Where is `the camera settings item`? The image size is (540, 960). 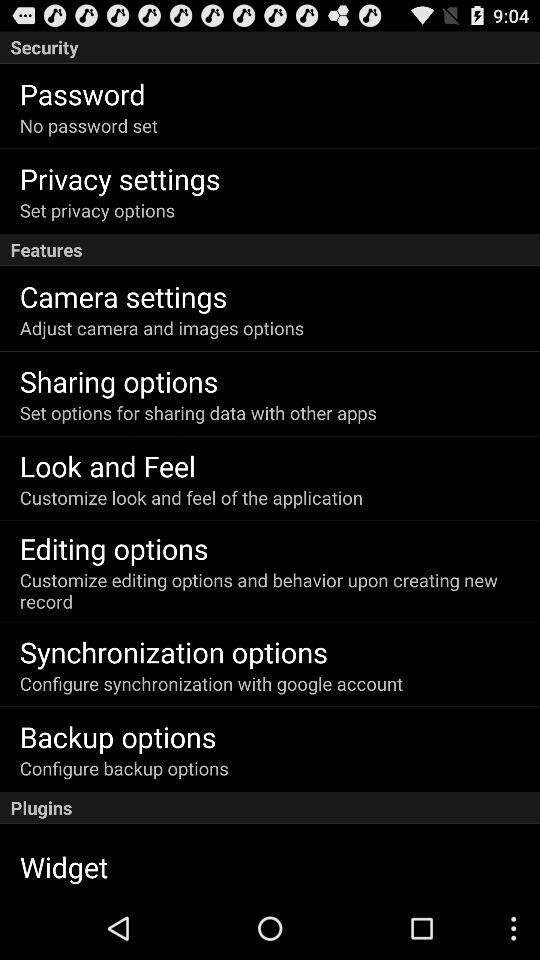
the camera settings item is located at coordinates (123, 295).